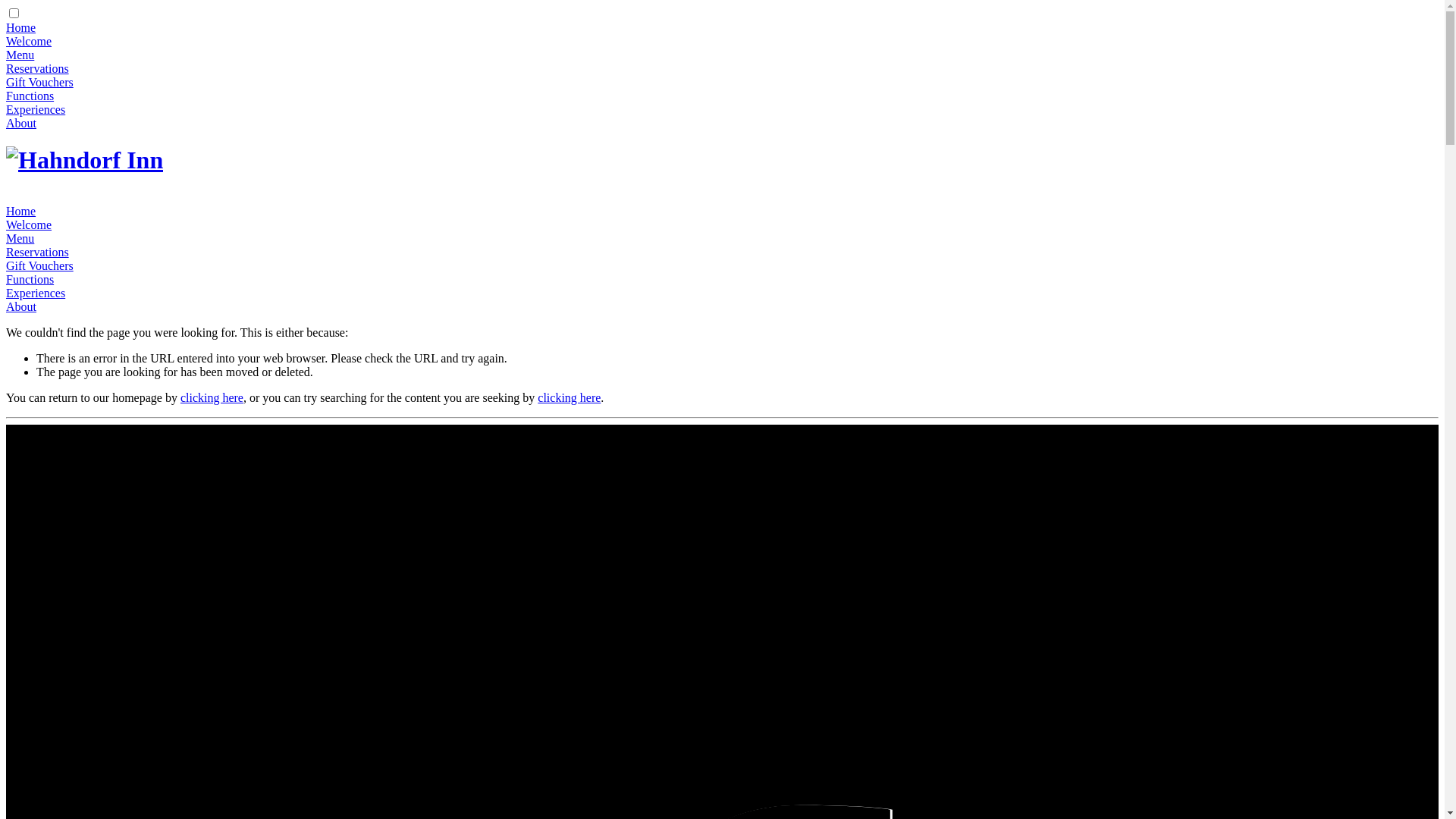  What do you see at coordinates (39, 82) in the screenshot?
I see `'Gift Vouchers'` at bounding box center [39, 82].